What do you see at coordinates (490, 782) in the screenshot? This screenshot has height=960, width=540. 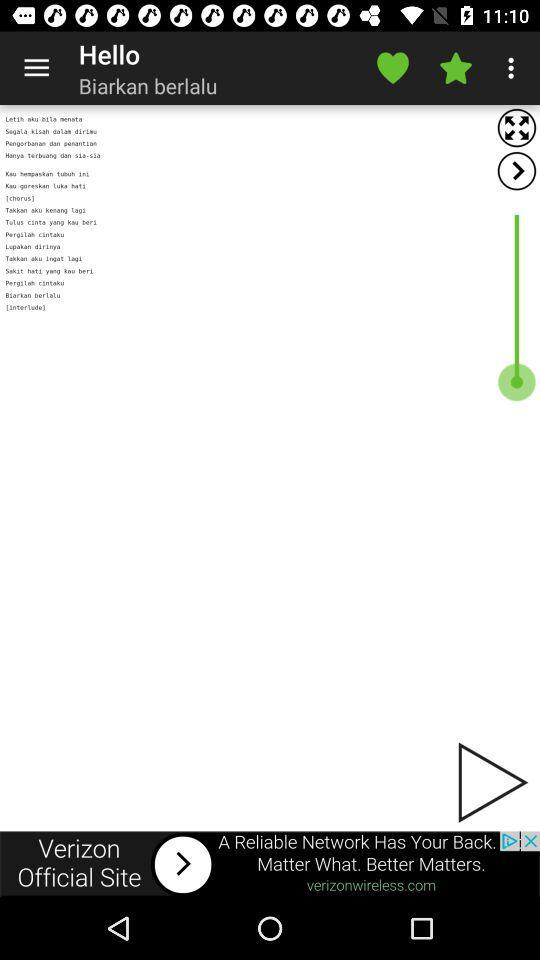 I see `the button will continue the page` at bounding box center [490, 782].